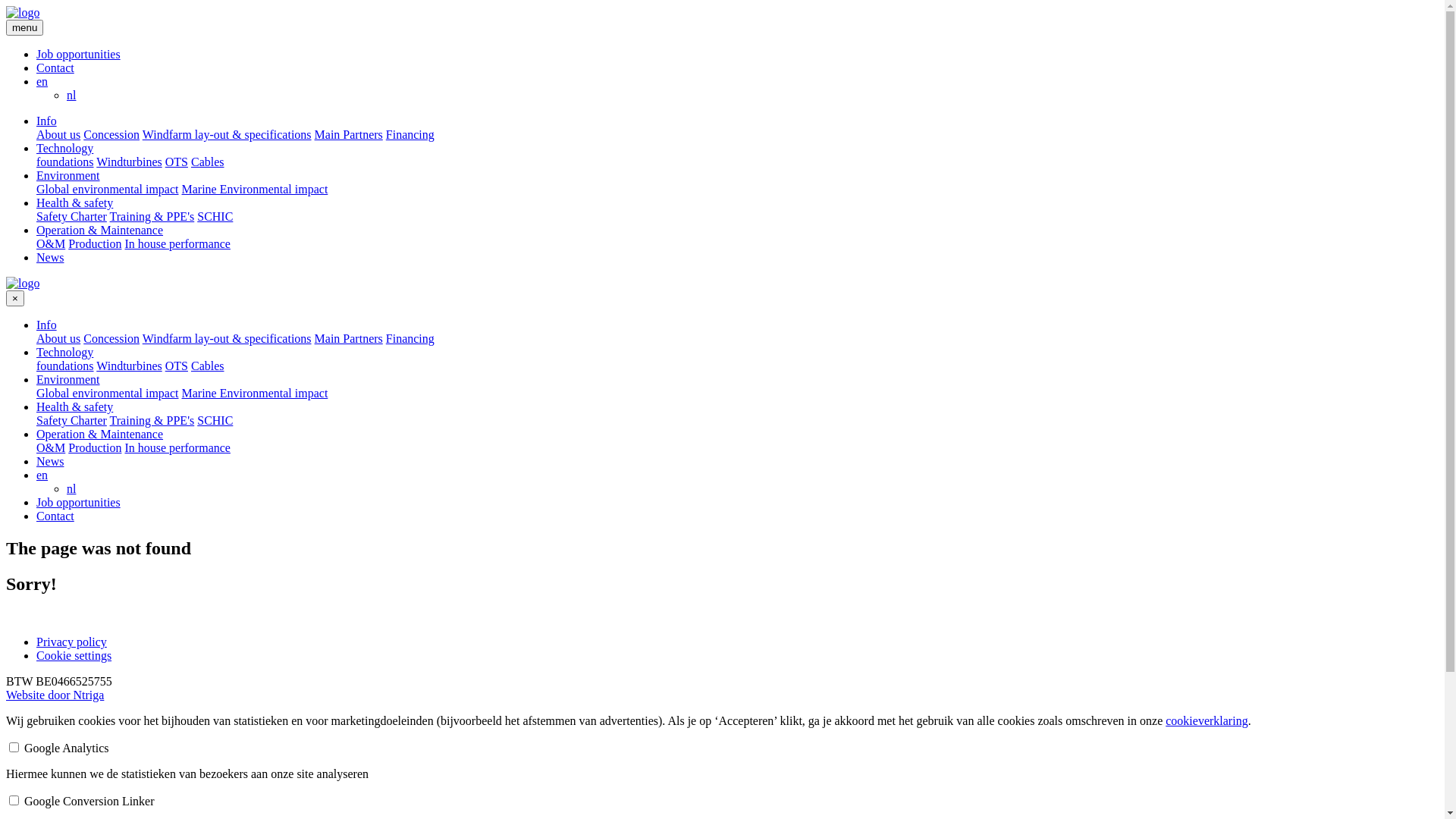 The width and height of the screenshot is (1456, 819). I want to click on 'Training & PPE's', so click(152, 420).